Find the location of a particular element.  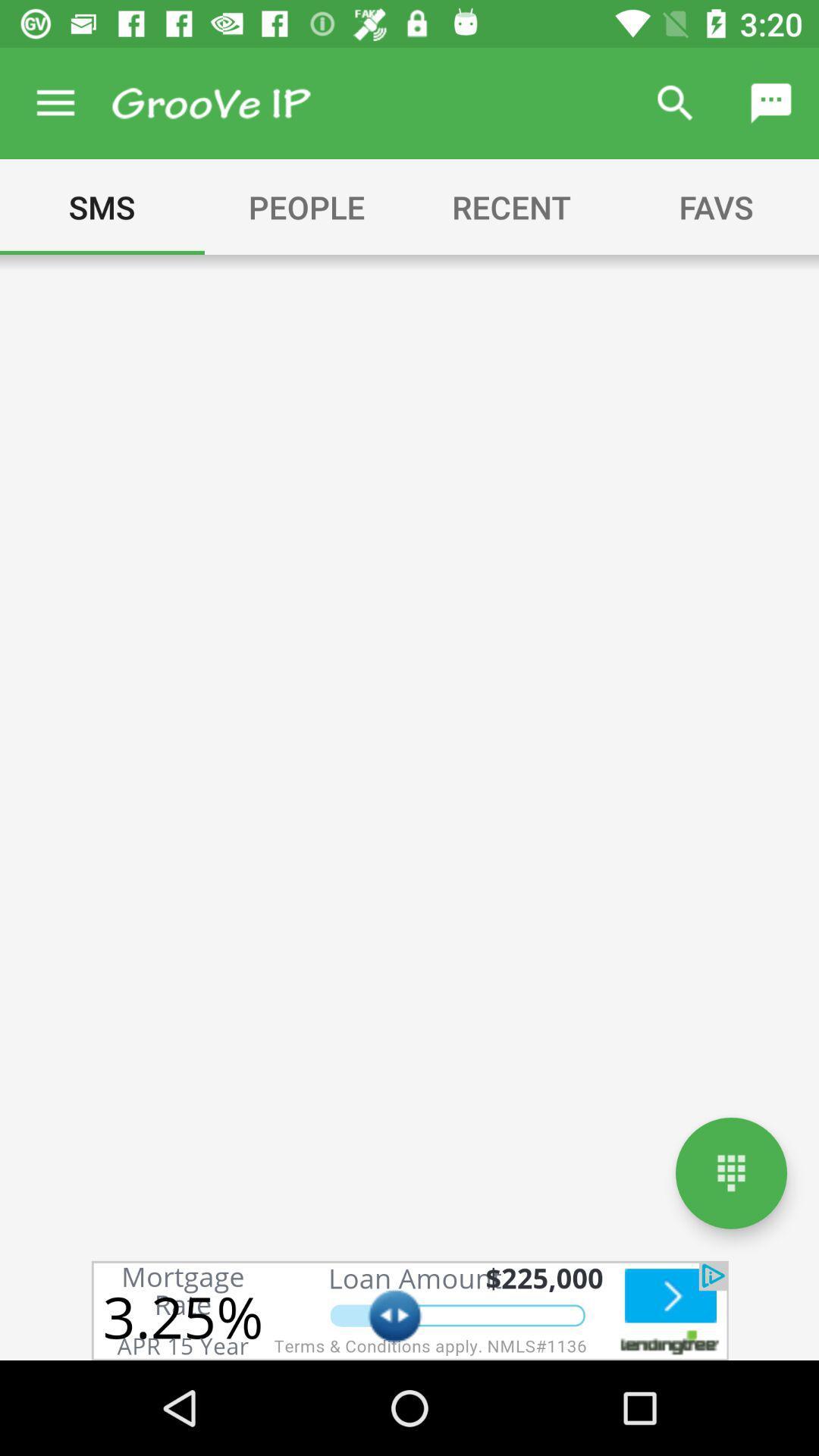

homepage is located at coordinates (730, 1172).